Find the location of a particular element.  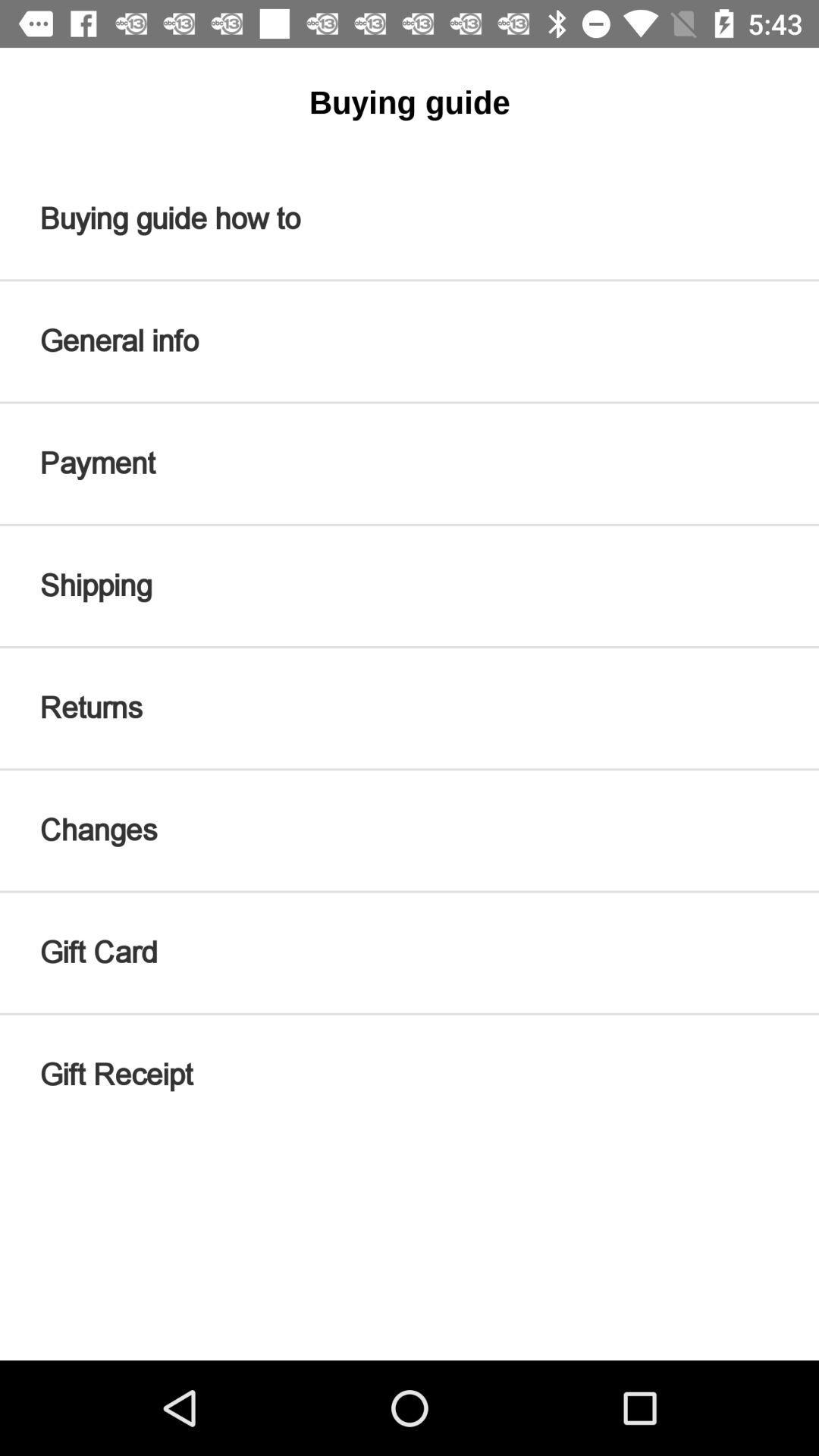

returns is located at coordinates (409, 708).